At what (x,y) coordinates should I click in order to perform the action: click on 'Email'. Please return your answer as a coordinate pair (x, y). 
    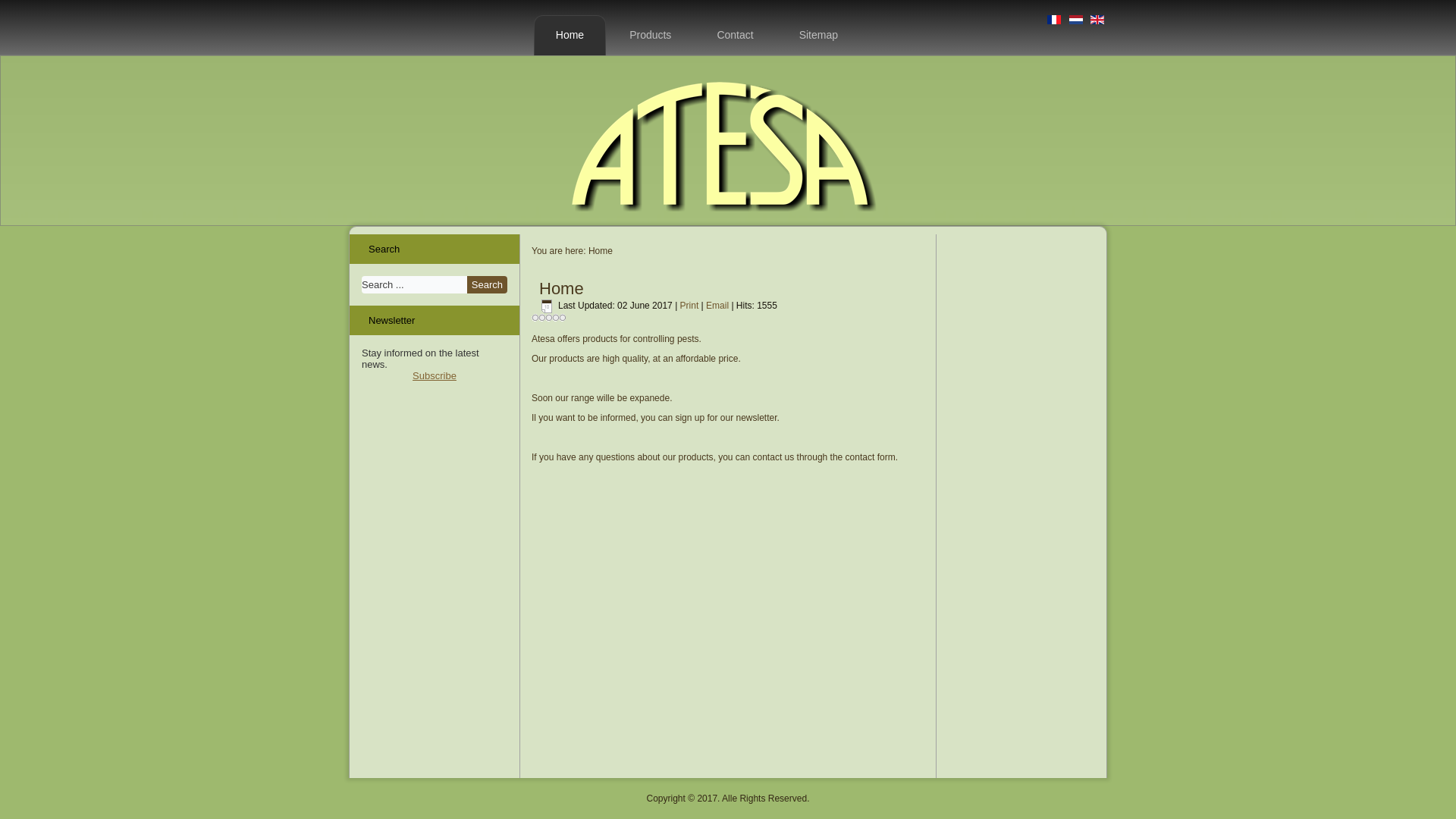
    Looking at the image, I should click on (717, 305).